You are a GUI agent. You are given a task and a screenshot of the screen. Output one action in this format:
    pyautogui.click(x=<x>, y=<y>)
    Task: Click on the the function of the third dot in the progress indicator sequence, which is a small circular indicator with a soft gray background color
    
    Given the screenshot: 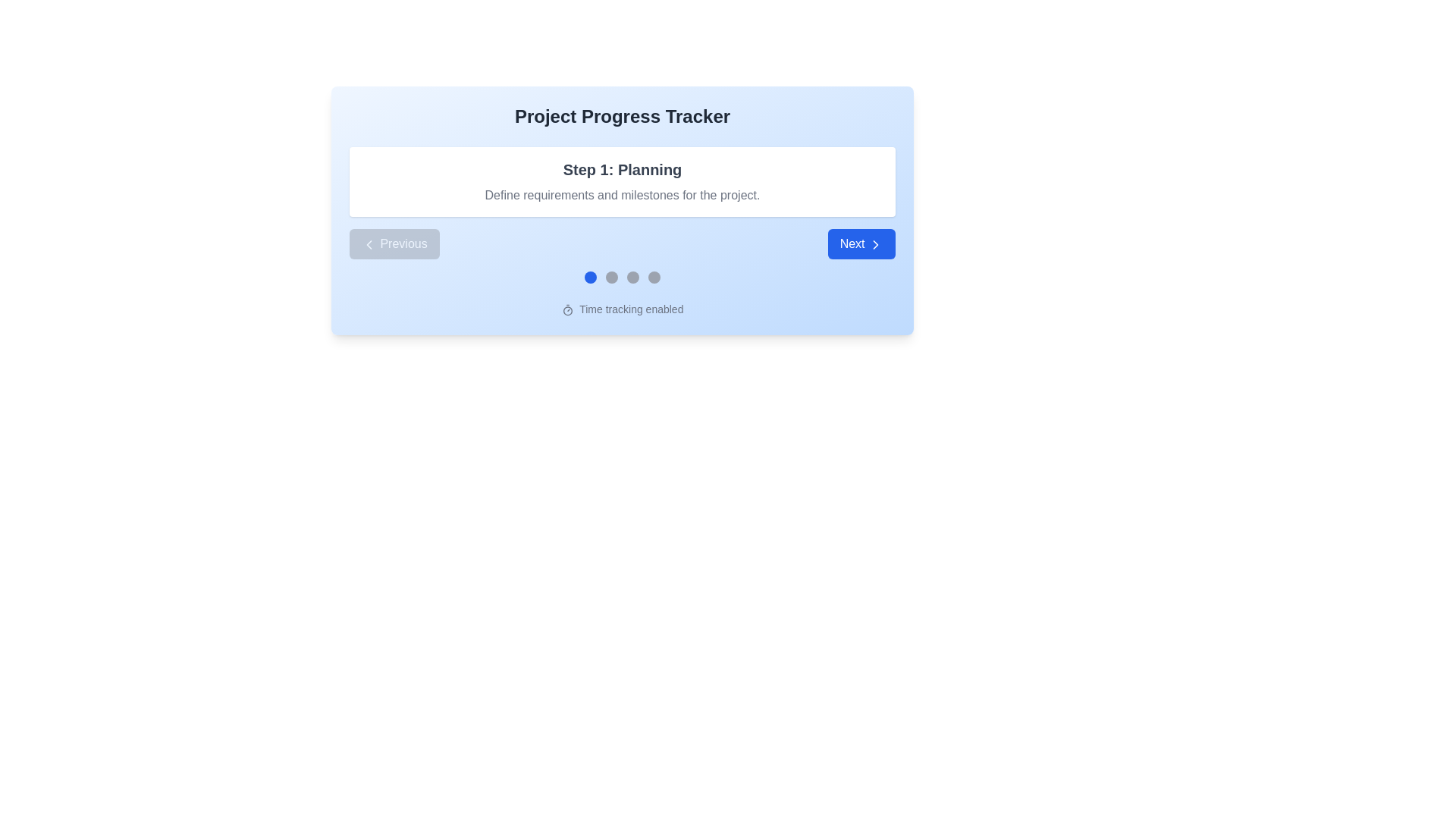 What is the action you would take?
    pyautogui.click(x=633, y=278)
    